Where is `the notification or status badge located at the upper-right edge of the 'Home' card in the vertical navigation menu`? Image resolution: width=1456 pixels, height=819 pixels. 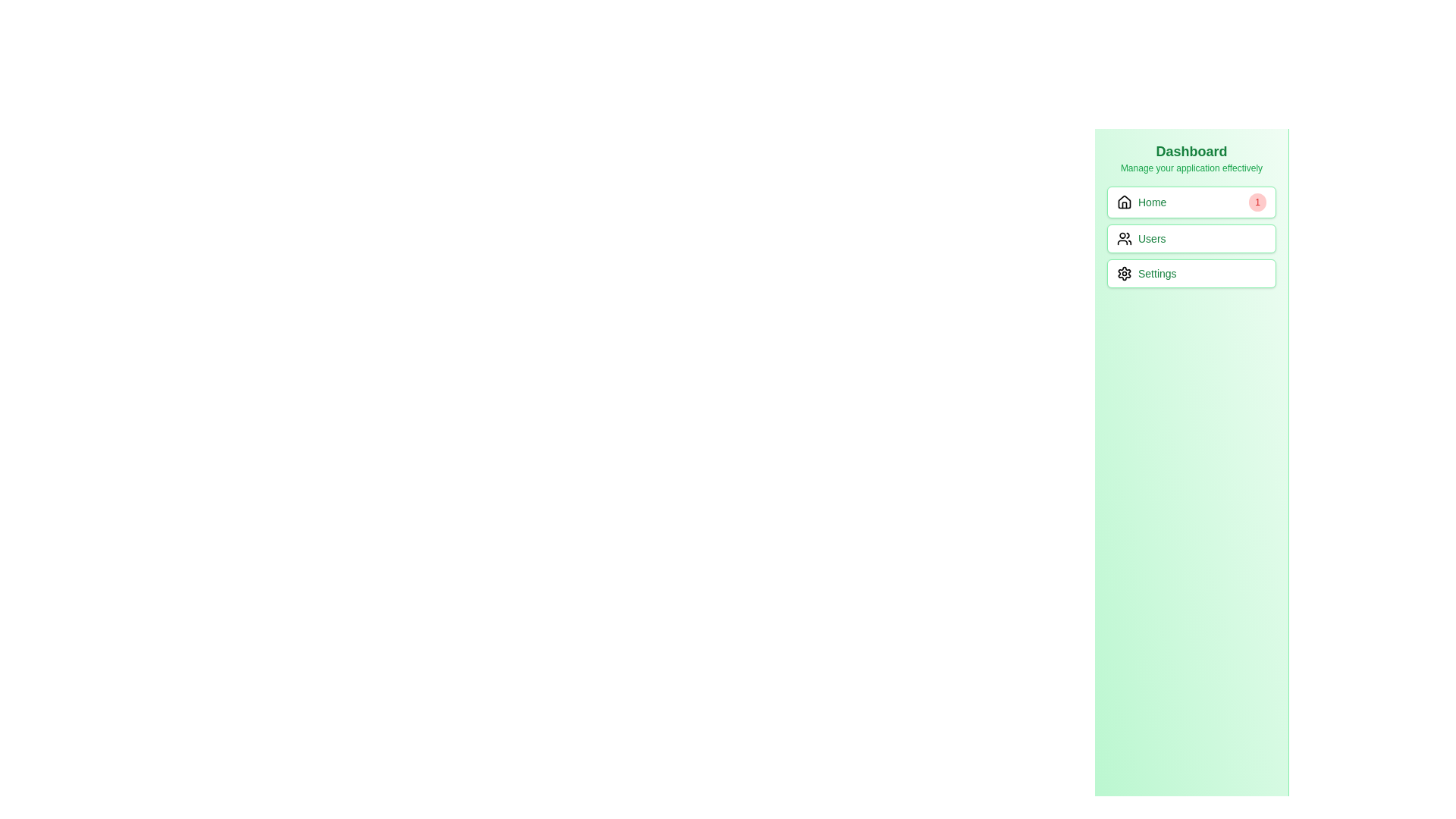
the notification or status badge located at the upper-right edge of the 'Home' card in the vertical navigation menu is located at coordinates (1257, 201).